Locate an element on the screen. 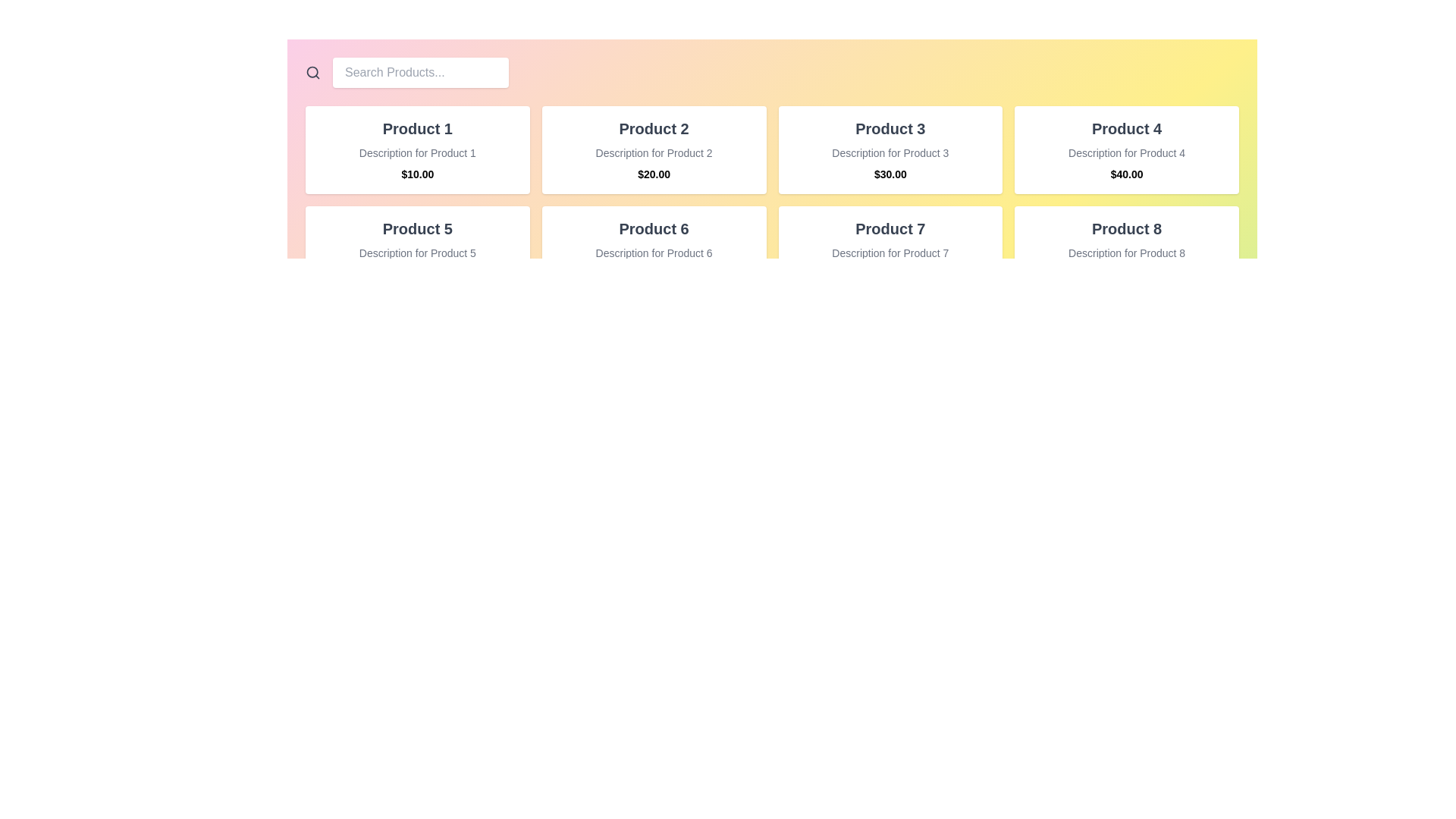  text label displaying 'Product 7' in bold dark gray located at the top of the left-middle product card is located at coordinates (890, 228).